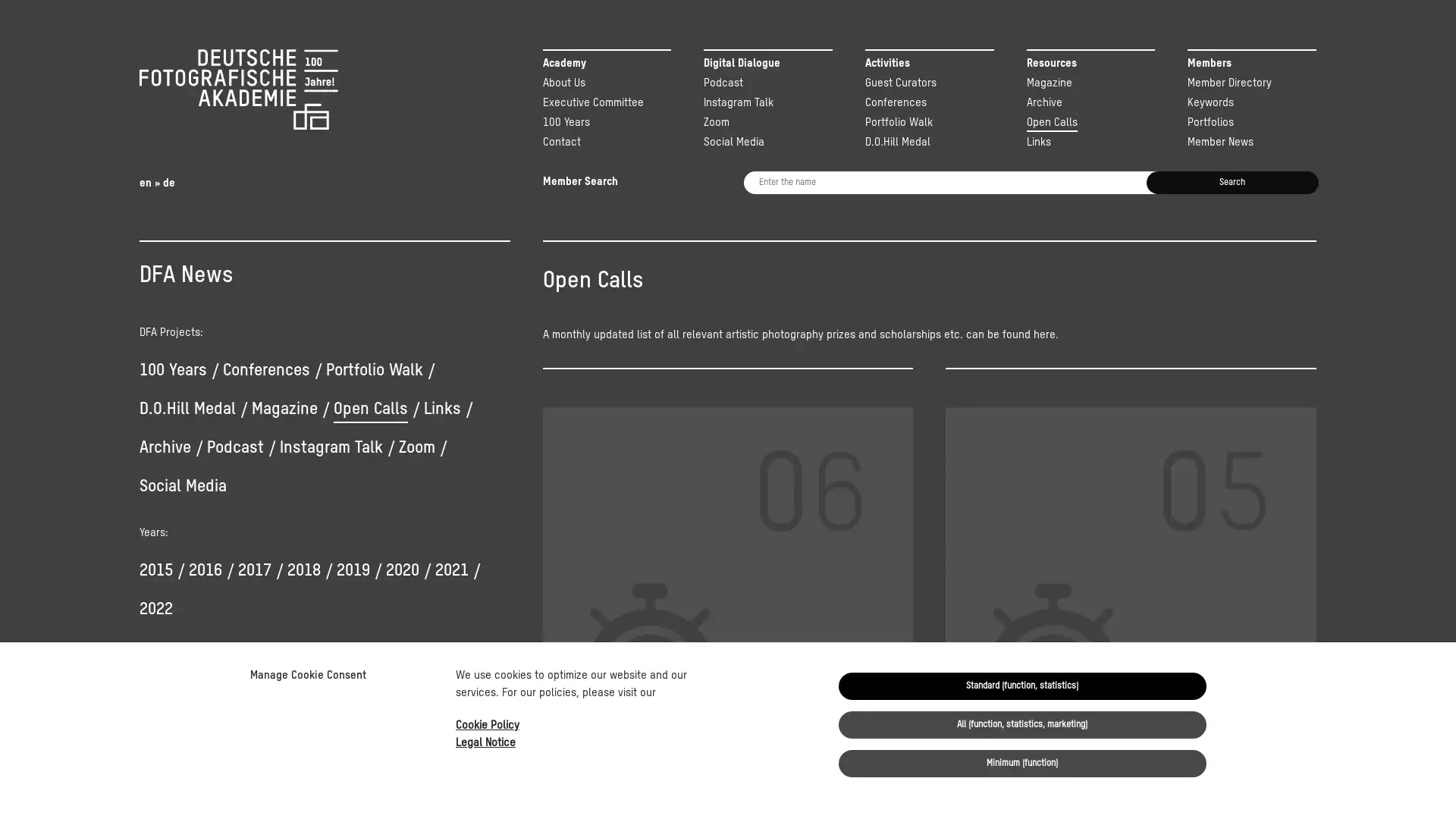  What do you see at coordinates (187, 409) in the screenshot?
I see `D.O.Hill Medal` at bounding box center [187, 409].